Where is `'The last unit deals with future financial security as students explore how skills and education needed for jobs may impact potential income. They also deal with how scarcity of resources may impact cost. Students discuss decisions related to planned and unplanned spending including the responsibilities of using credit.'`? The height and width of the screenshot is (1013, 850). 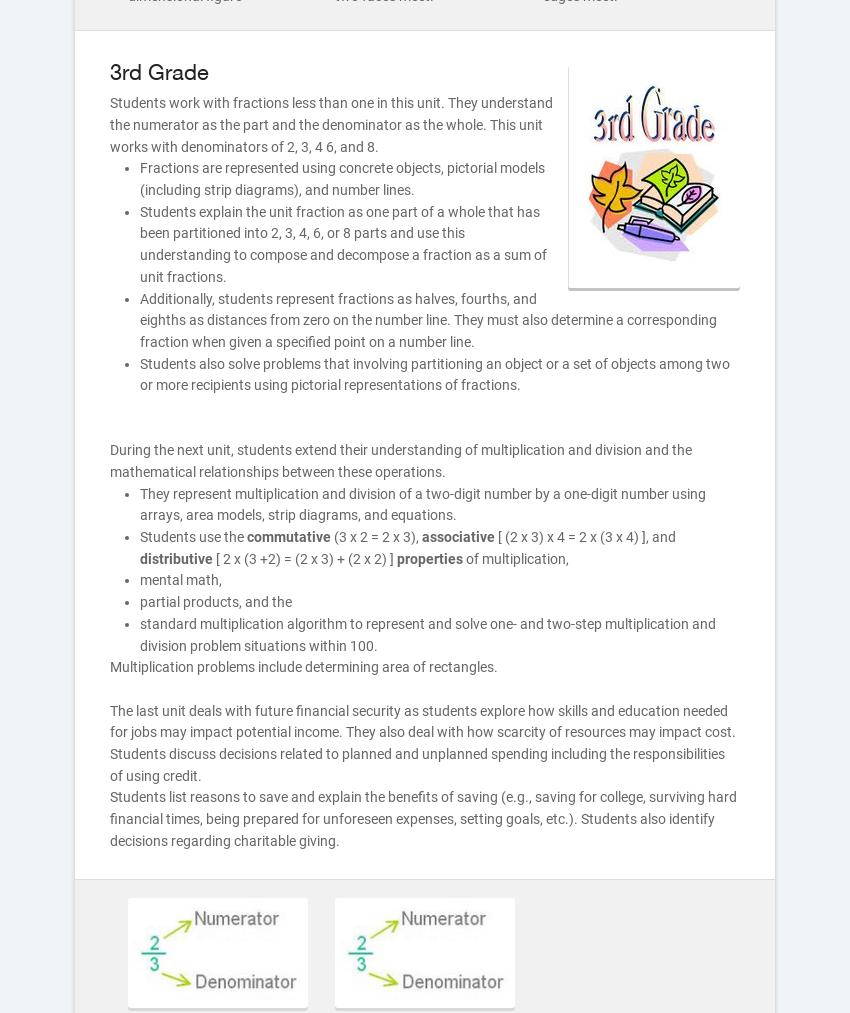
'The last unit deals with future financial security as students explore how skills and education needed for jobs may impact potential income. They also deal with how scarcity of resources may impact cost. Students discuss decisions related to planned and unplanned spending including the responsibilities of using credit.' is located at coordinates (422, 742).